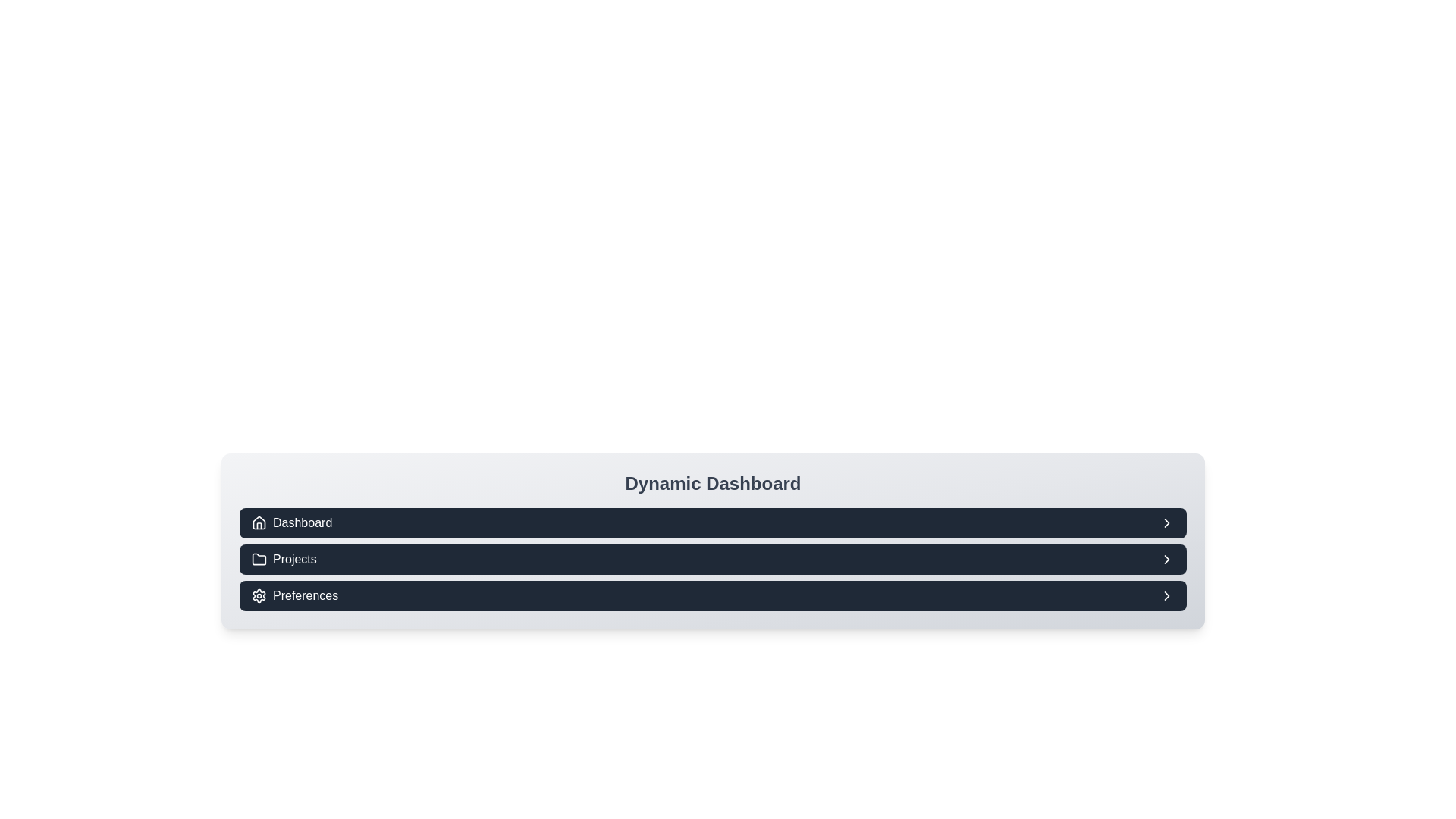  What do you see at coordinates (259, 559) in the screenshot?
I see `the folder icon located in the 'Projects' menu row, which is characterized by a clean, minimalistic geometric design` at bounding box center [259, 559].